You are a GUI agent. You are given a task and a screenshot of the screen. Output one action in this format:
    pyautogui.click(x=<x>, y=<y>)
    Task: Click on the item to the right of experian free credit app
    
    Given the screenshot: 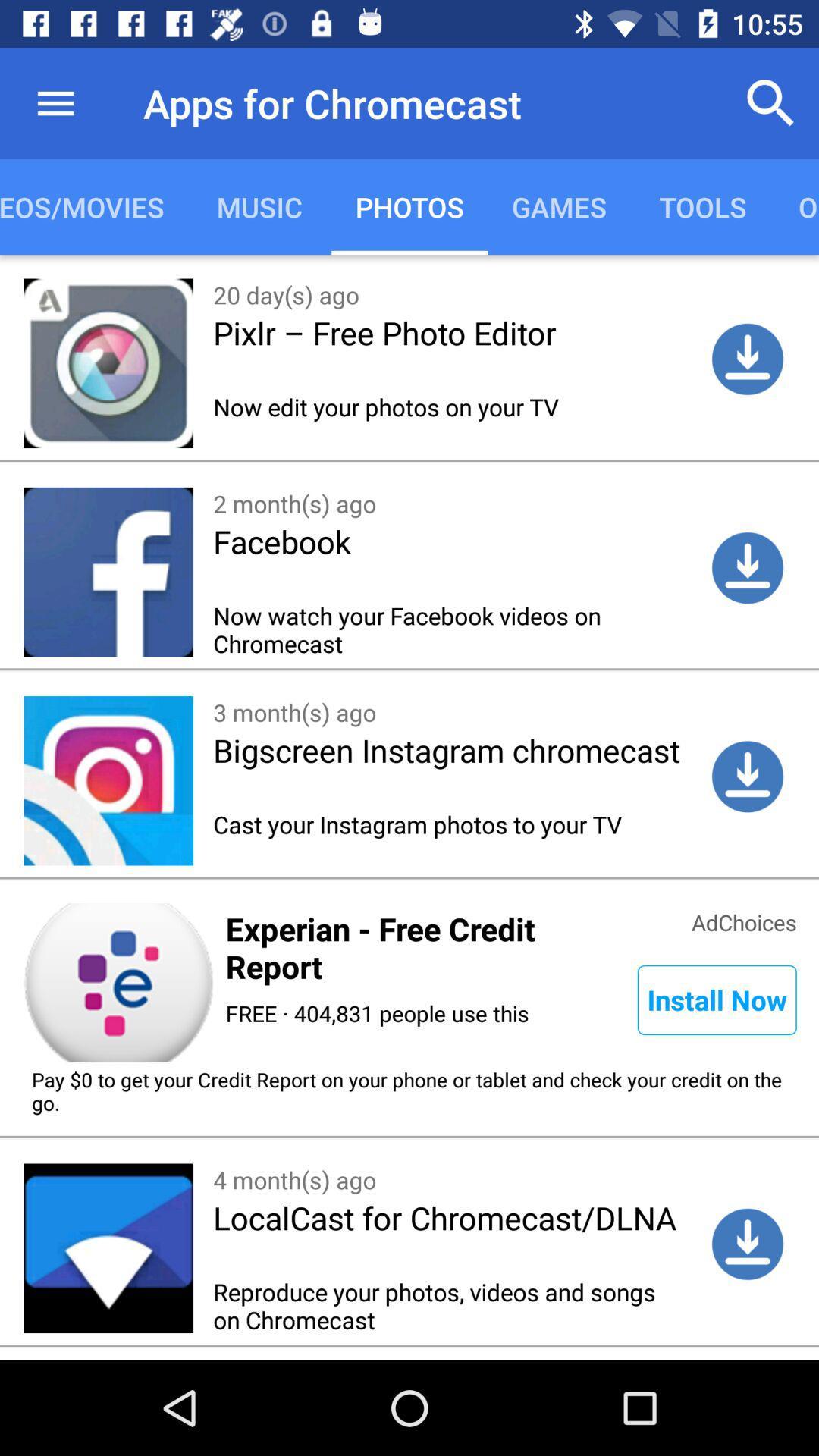 What is the action you would take?
    pyautogui.click(x=743, y=920)
    